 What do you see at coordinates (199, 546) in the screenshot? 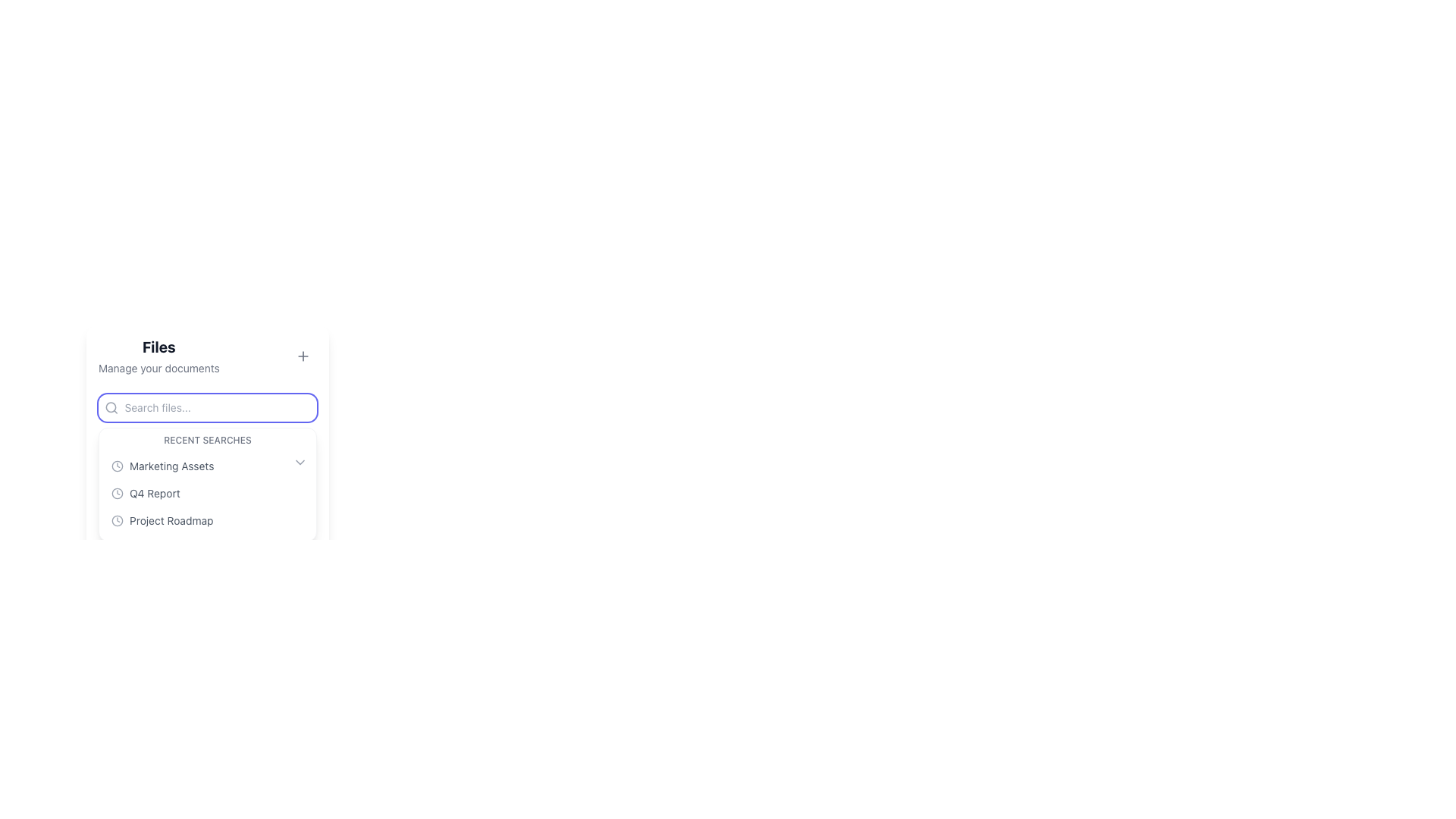
I see `the small, centered, circular bullet point (•) displayed in light gray color, which is located between '2.4 MB' and '2h ago' in the recent searches section` at bounding box center [199, 546].